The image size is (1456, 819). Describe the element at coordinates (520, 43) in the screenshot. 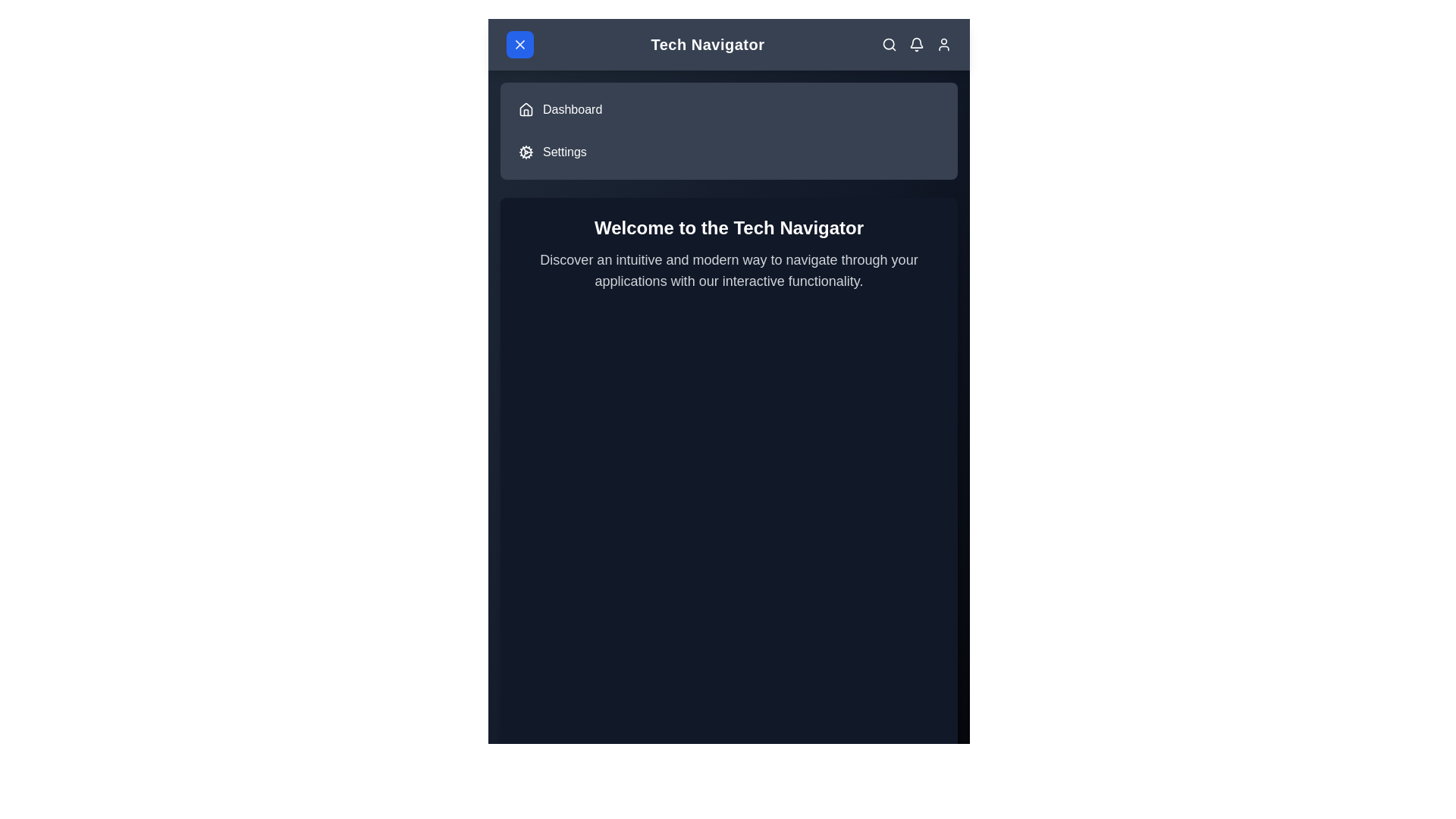

I see `the menu button to toggle the side menu` at that location.